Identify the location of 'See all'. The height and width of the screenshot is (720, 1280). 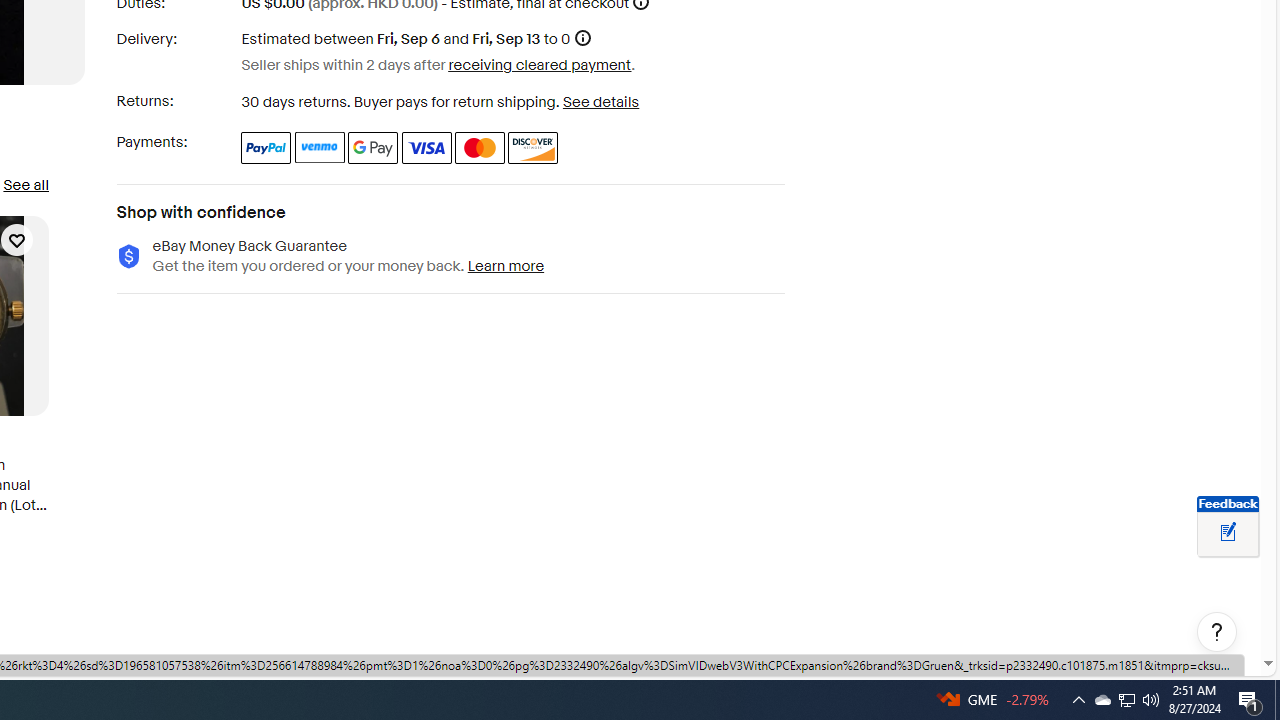
(25, 185).